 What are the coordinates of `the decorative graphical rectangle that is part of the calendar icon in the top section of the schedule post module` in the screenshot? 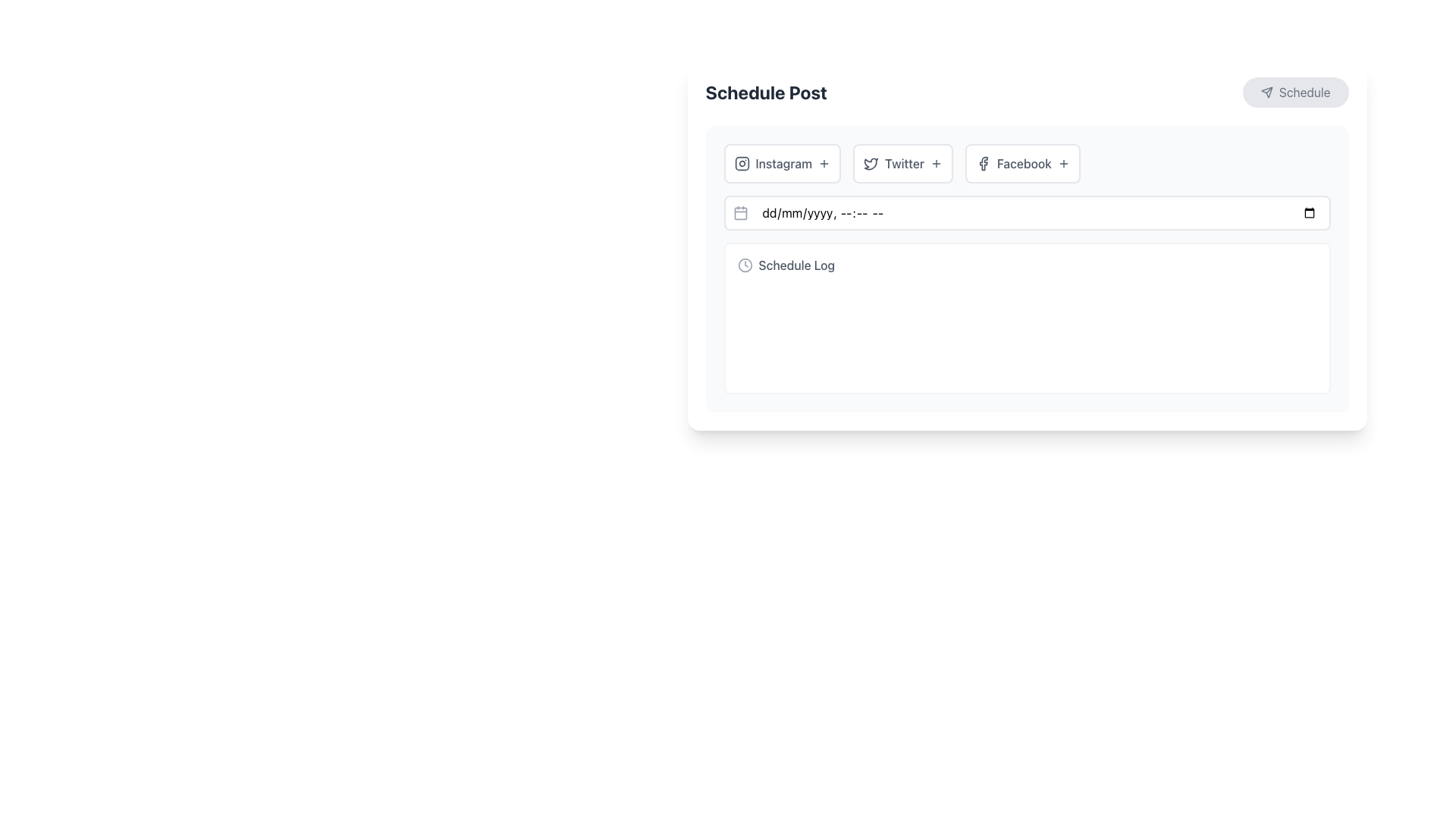 It's located at (740, 213).